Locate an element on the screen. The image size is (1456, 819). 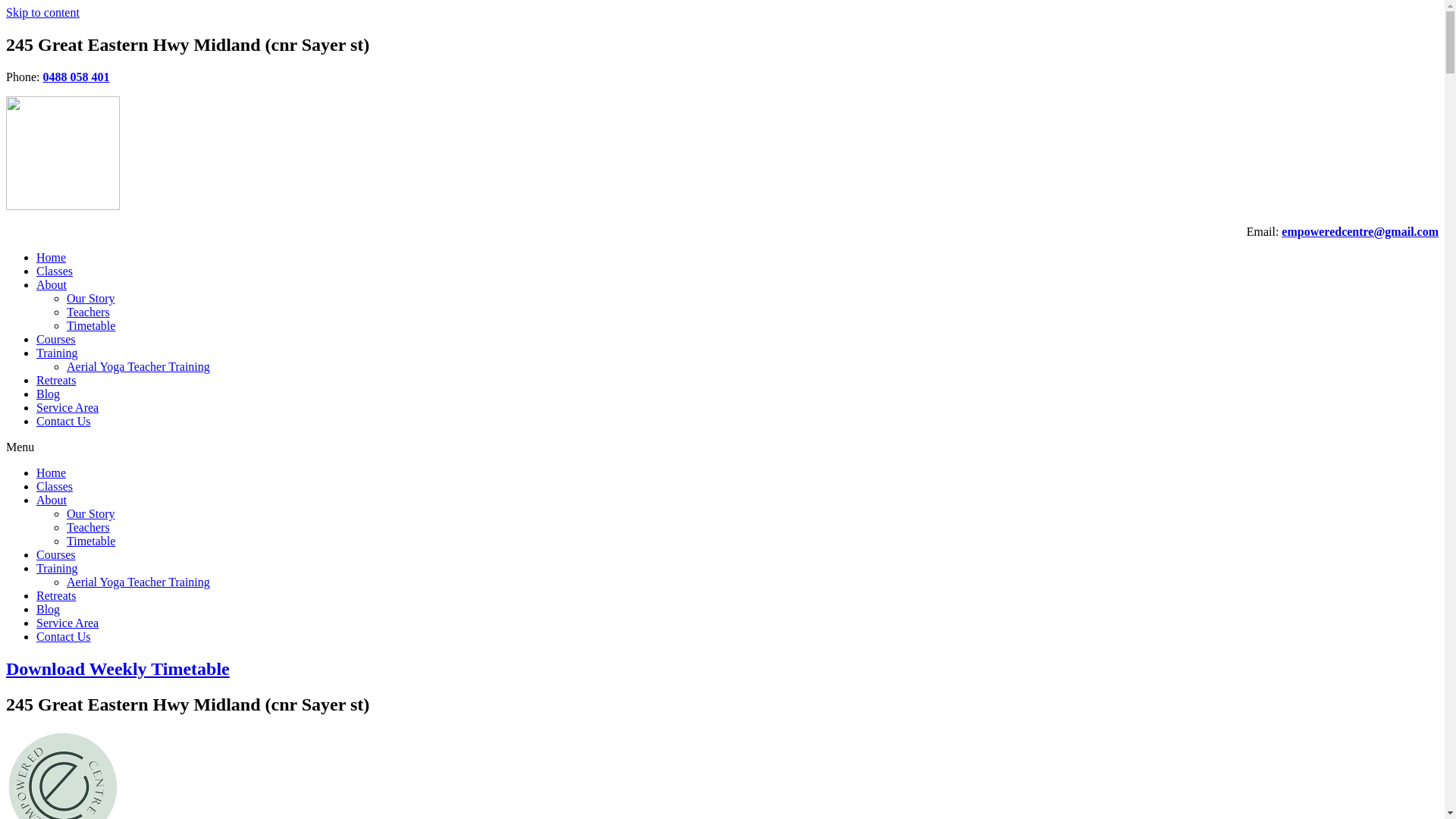
'Aerial Yoga Teacher Training' is located at coordinates (65, 366).